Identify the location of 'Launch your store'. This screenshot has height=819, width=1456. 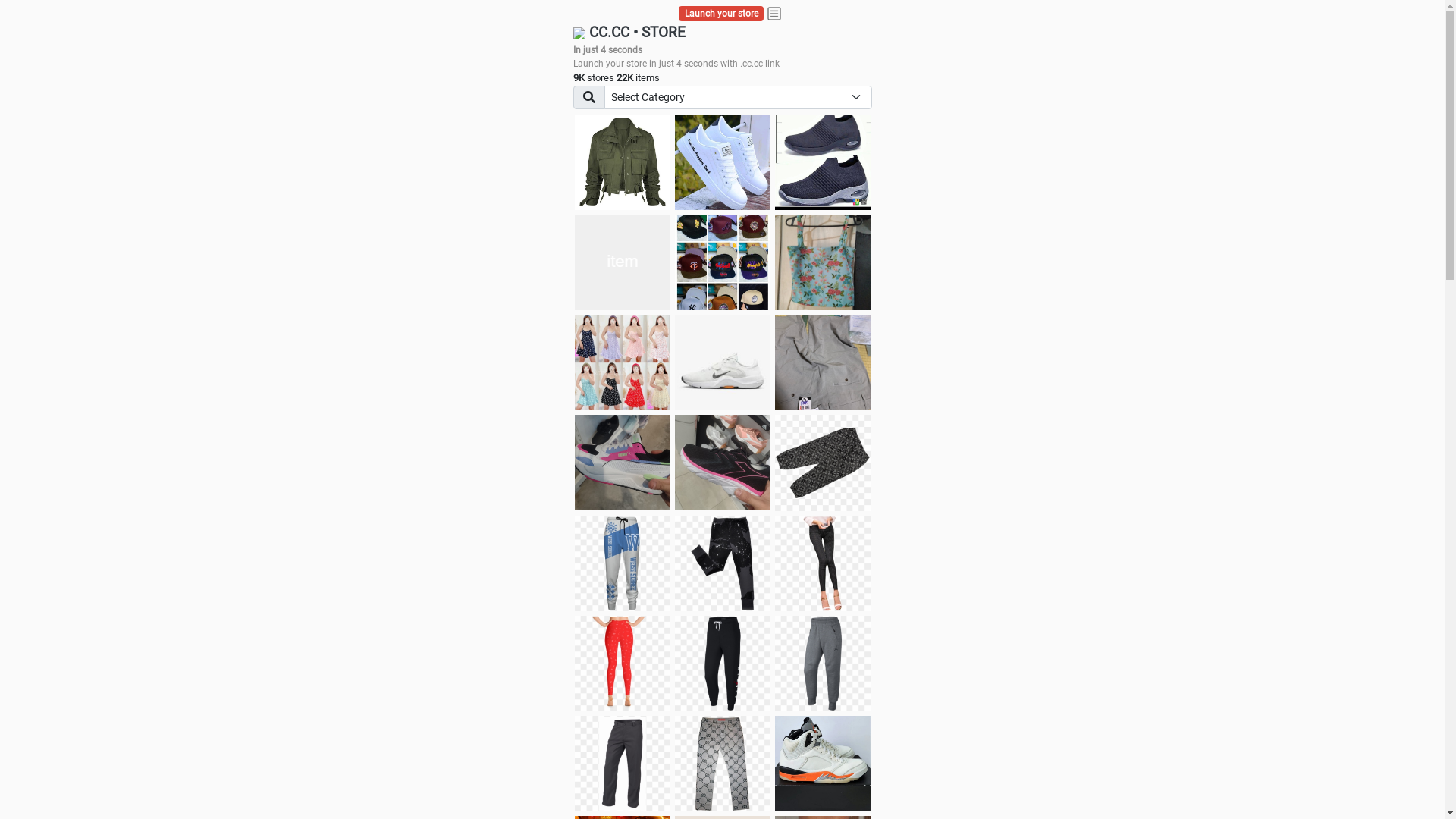
(720, 14).